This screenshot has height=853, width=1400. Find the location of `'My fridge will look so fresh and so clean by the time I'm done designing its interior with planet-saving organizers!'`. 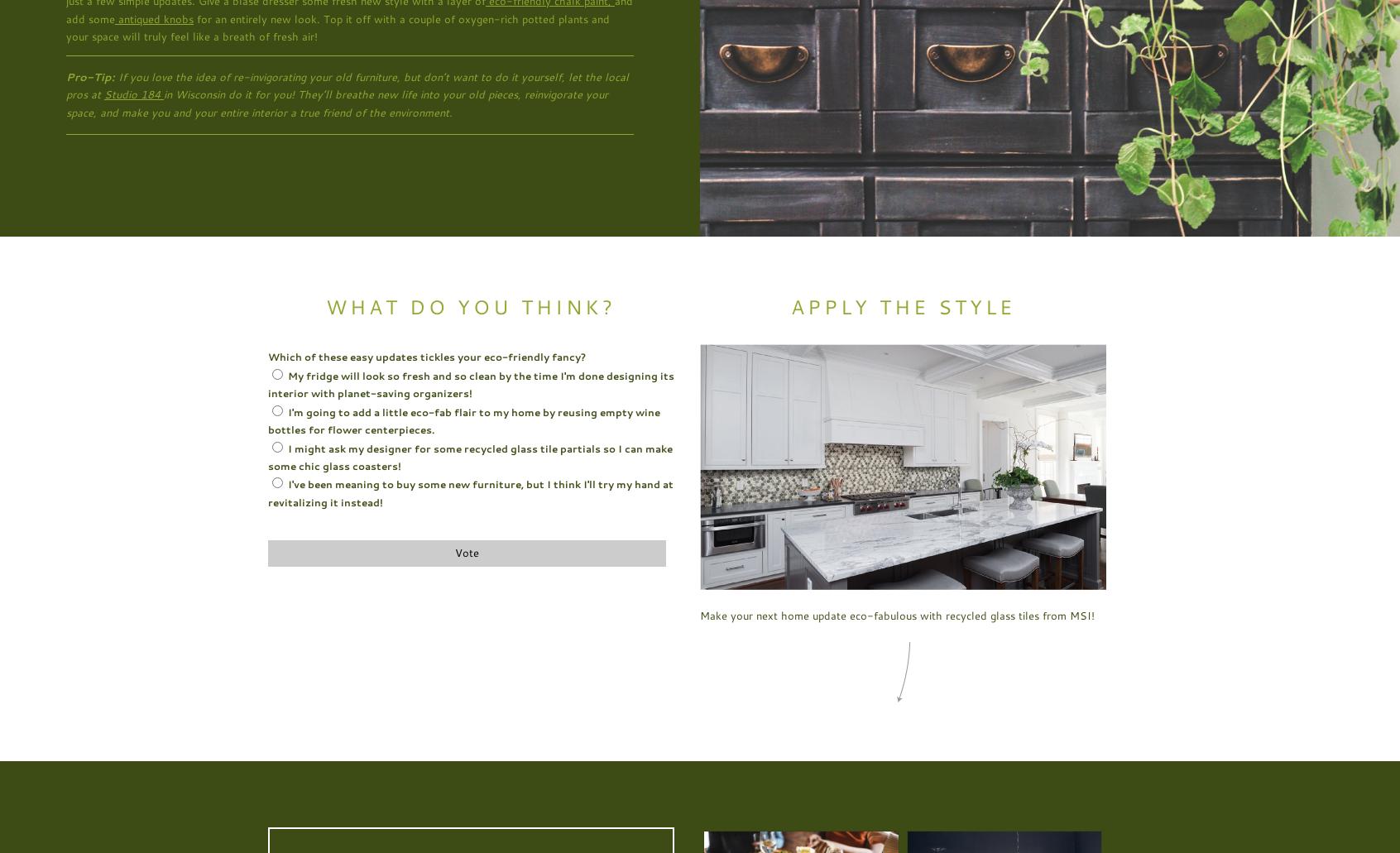

'My fridge will look so fresh and so clean by the time I'm done designing its interior with planet-saving organizers!' is located at coordinates (266, 384).